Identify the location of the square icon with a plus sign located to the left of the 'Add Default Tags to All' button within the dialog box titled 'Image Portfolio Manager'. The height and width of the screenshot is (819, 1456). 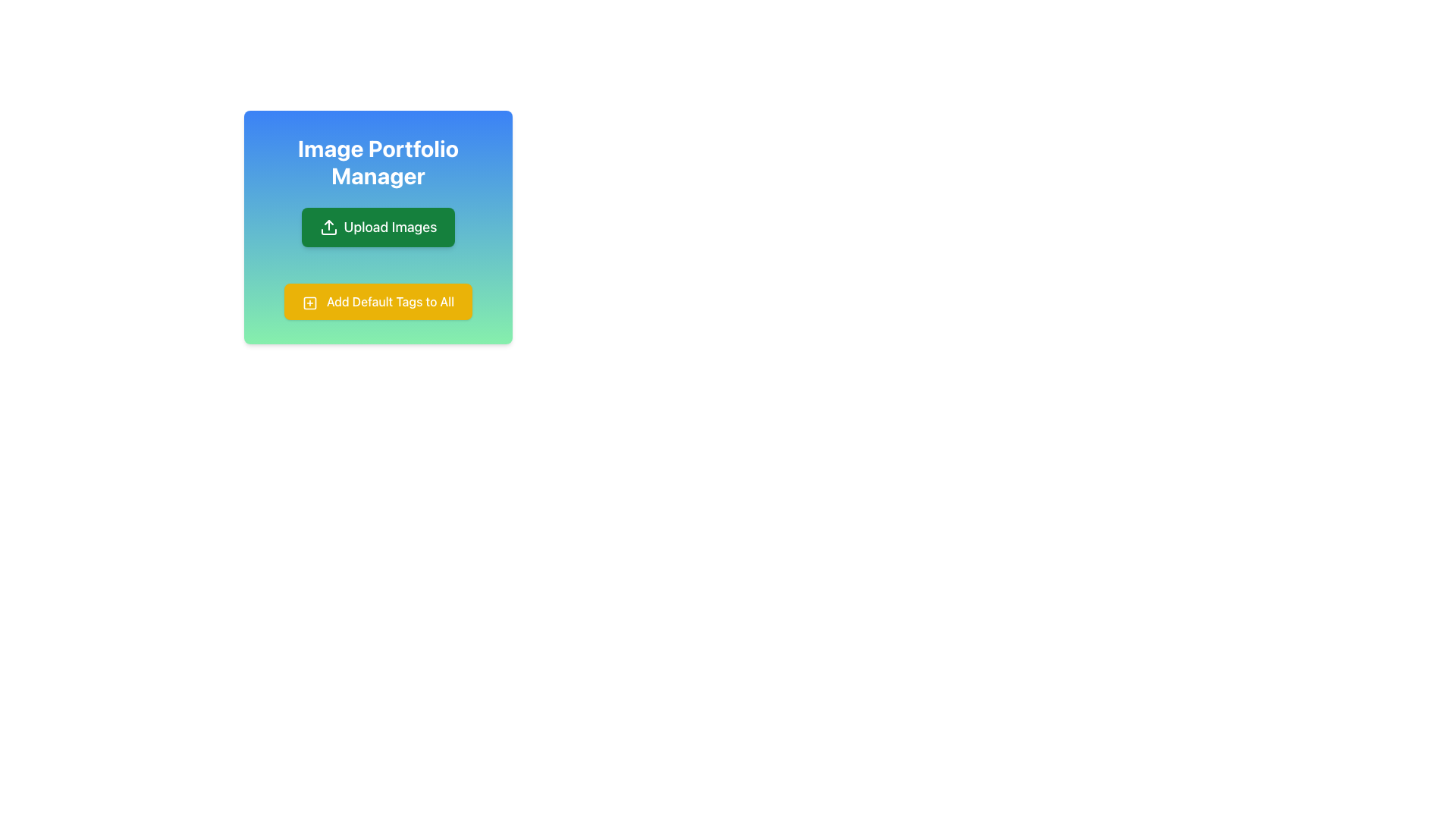
(309, 303).